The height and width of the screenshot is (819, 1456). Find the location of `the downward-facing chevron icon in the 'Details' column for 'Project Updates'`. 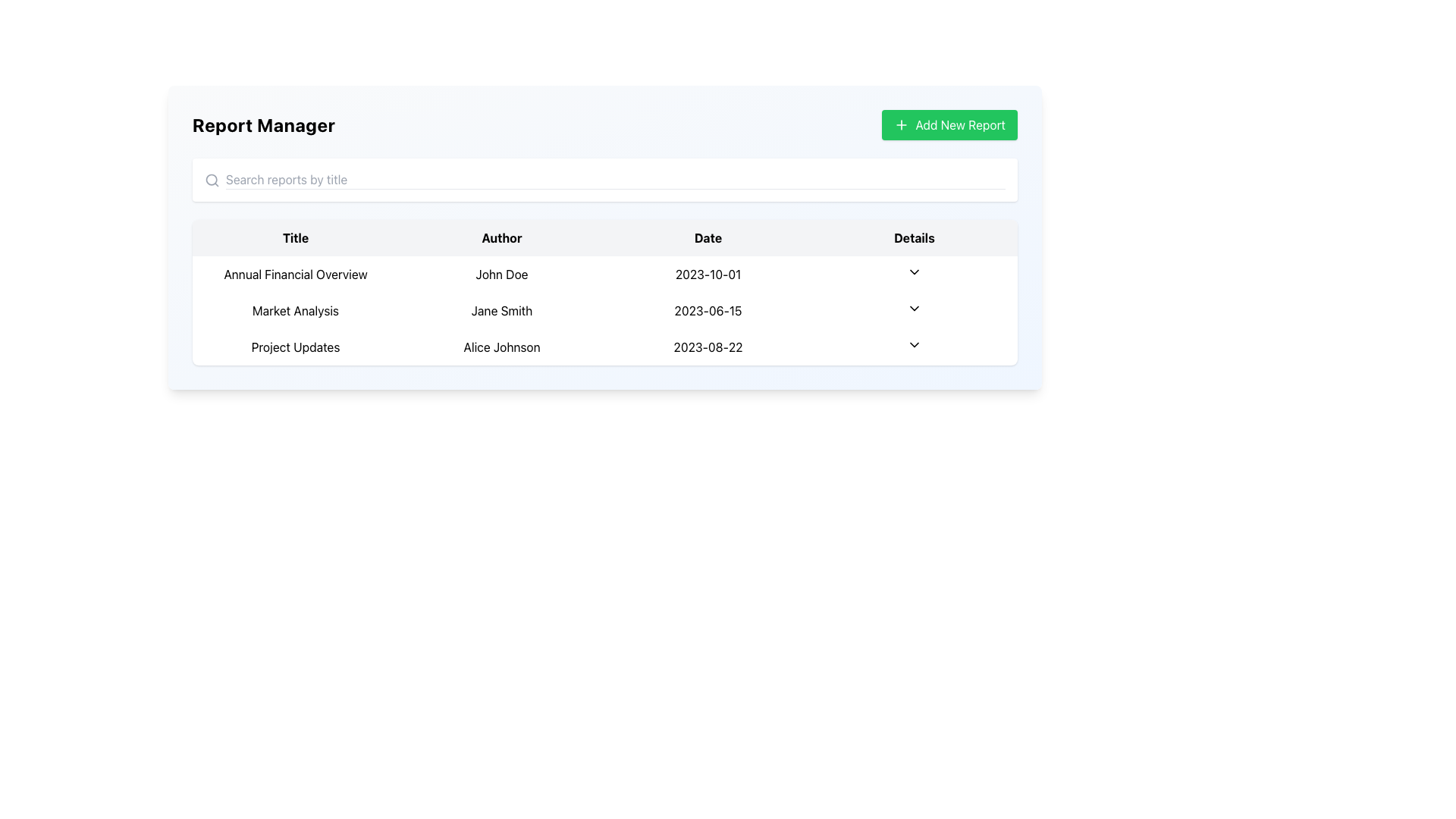

the downward-facing chevron icon in the 'Details' column for 'Project Updates' is located at coordinates (913, 345).